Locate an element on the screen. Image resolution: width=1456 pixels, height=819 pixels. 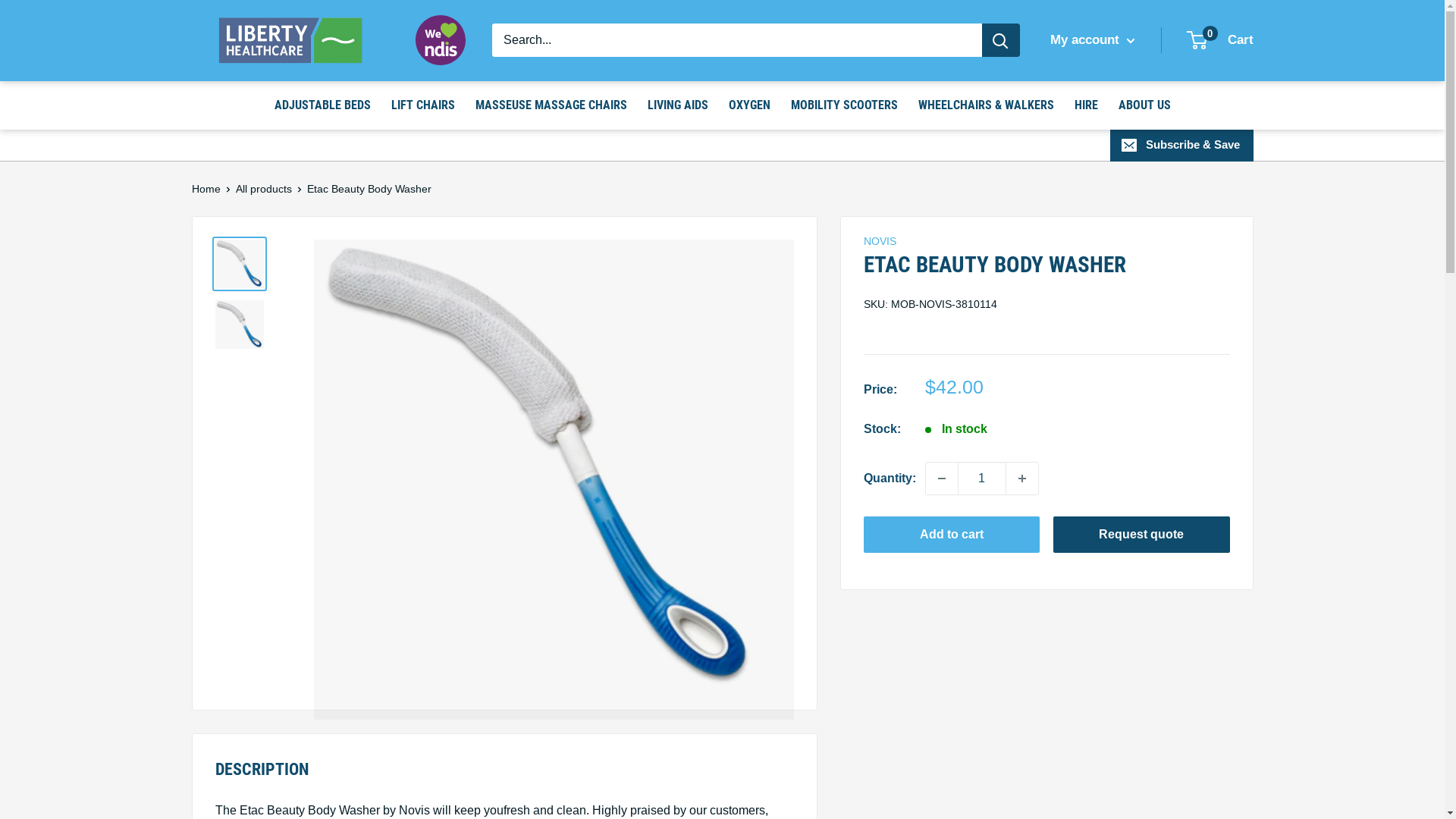
'HIRE' is located at coordinates (1073, 104).